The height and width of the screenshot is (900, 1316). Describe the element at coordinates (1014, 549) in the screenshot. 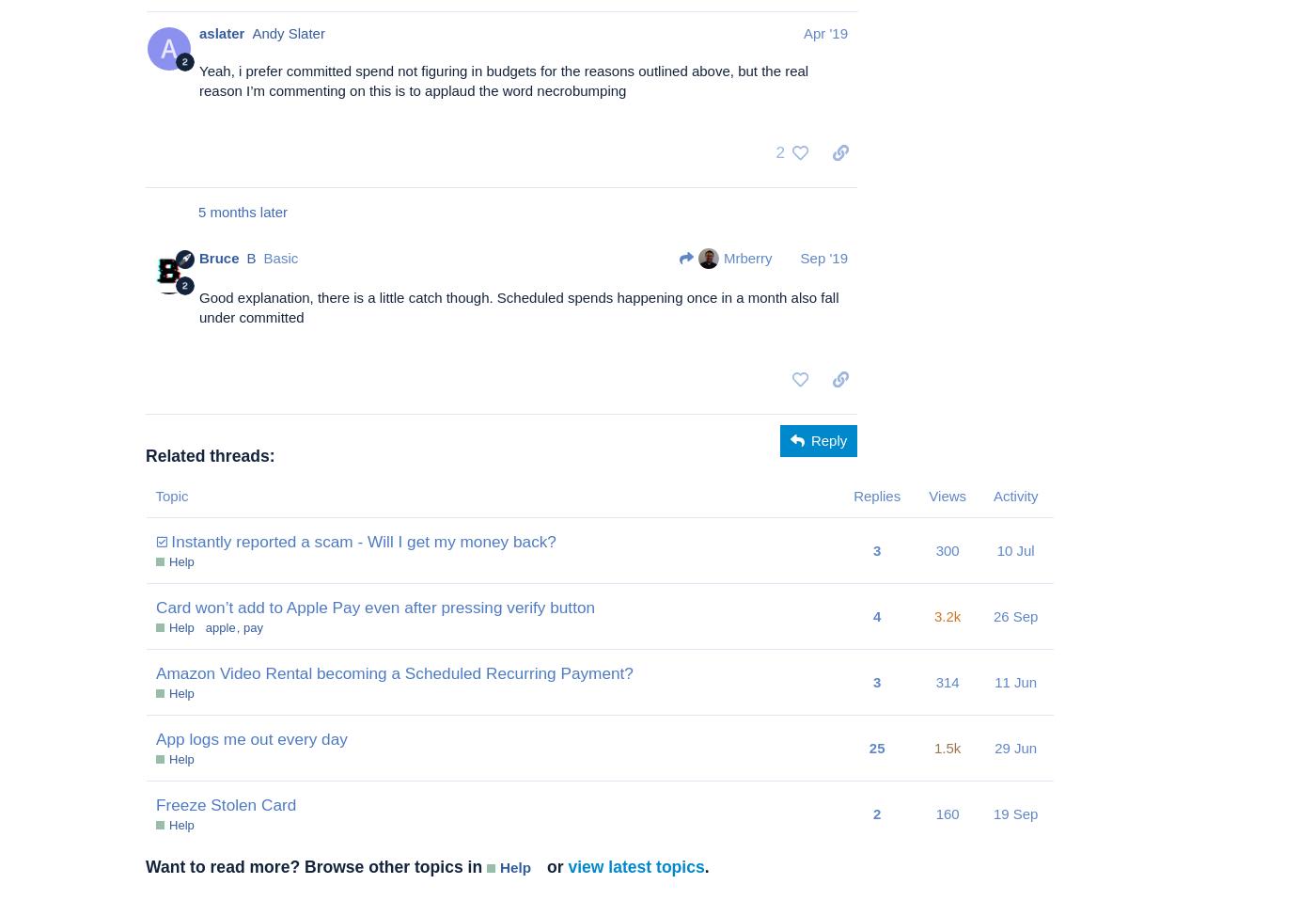

I see `'10 Jul'` at that location.